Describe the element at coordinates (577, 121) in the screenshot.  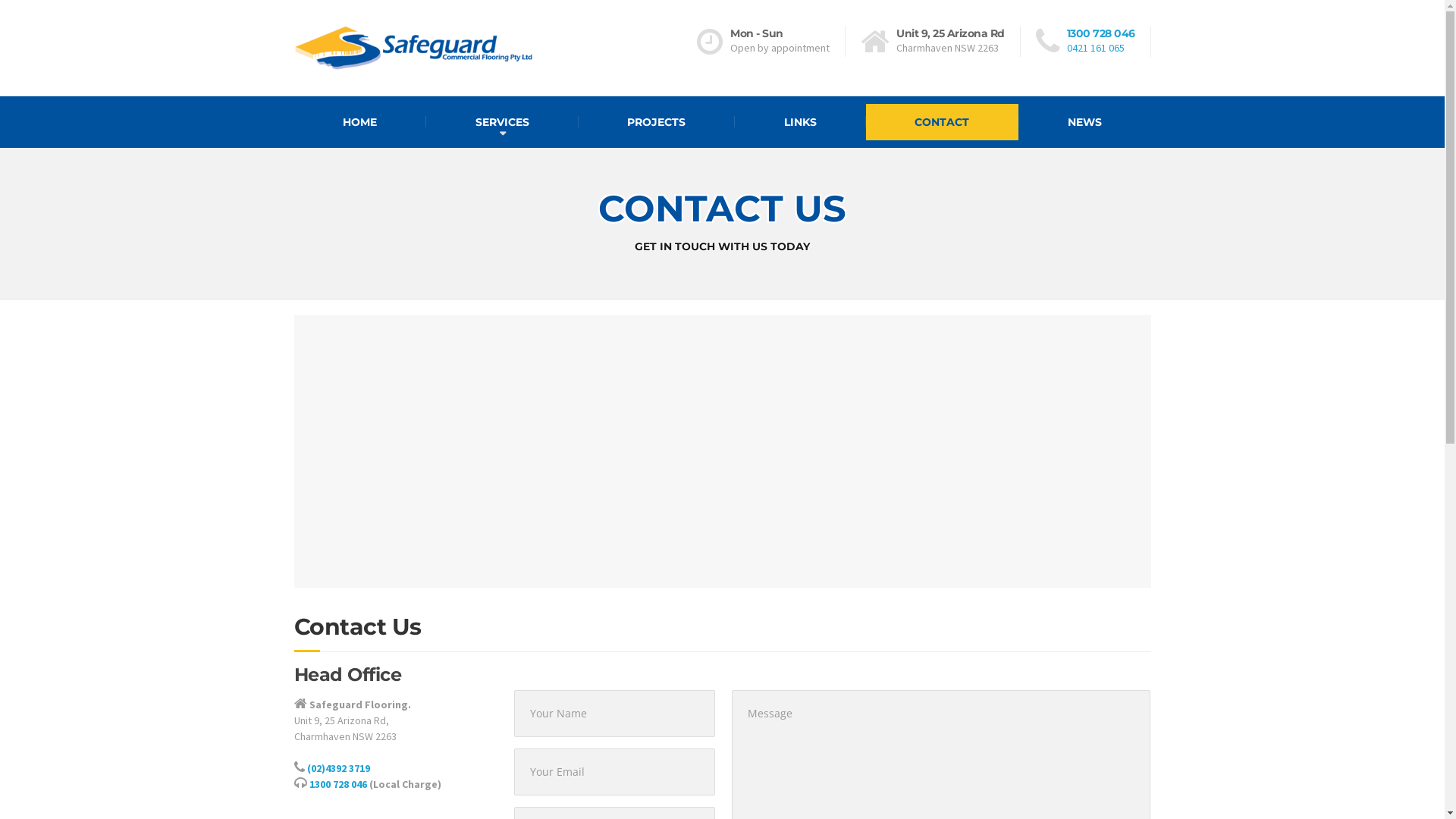
I see `'PROJECTS'` at that location.